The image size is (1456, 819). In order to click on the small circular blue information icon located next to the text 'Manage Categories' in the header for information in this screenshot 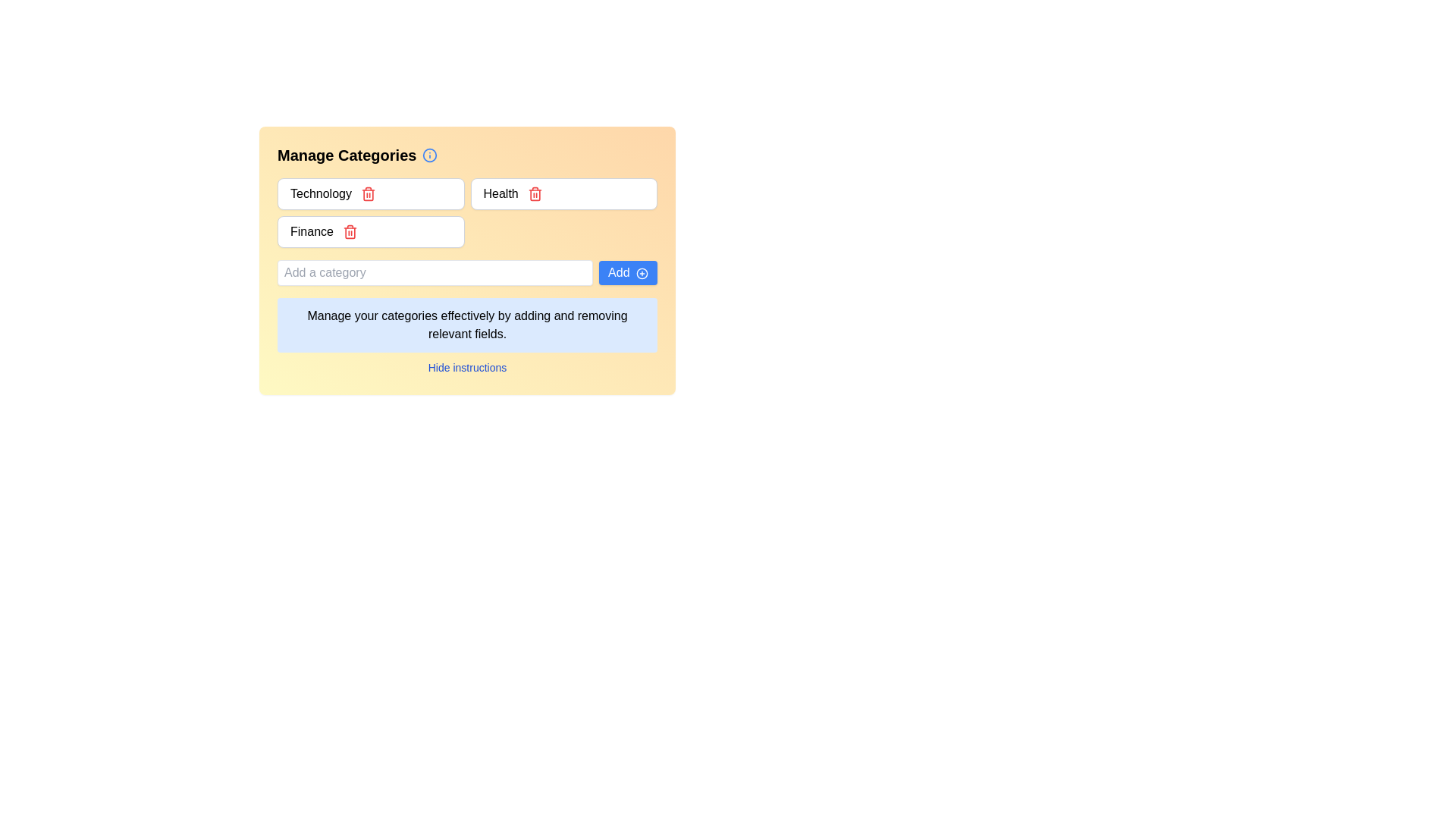, I will do `click(429, 155)`.